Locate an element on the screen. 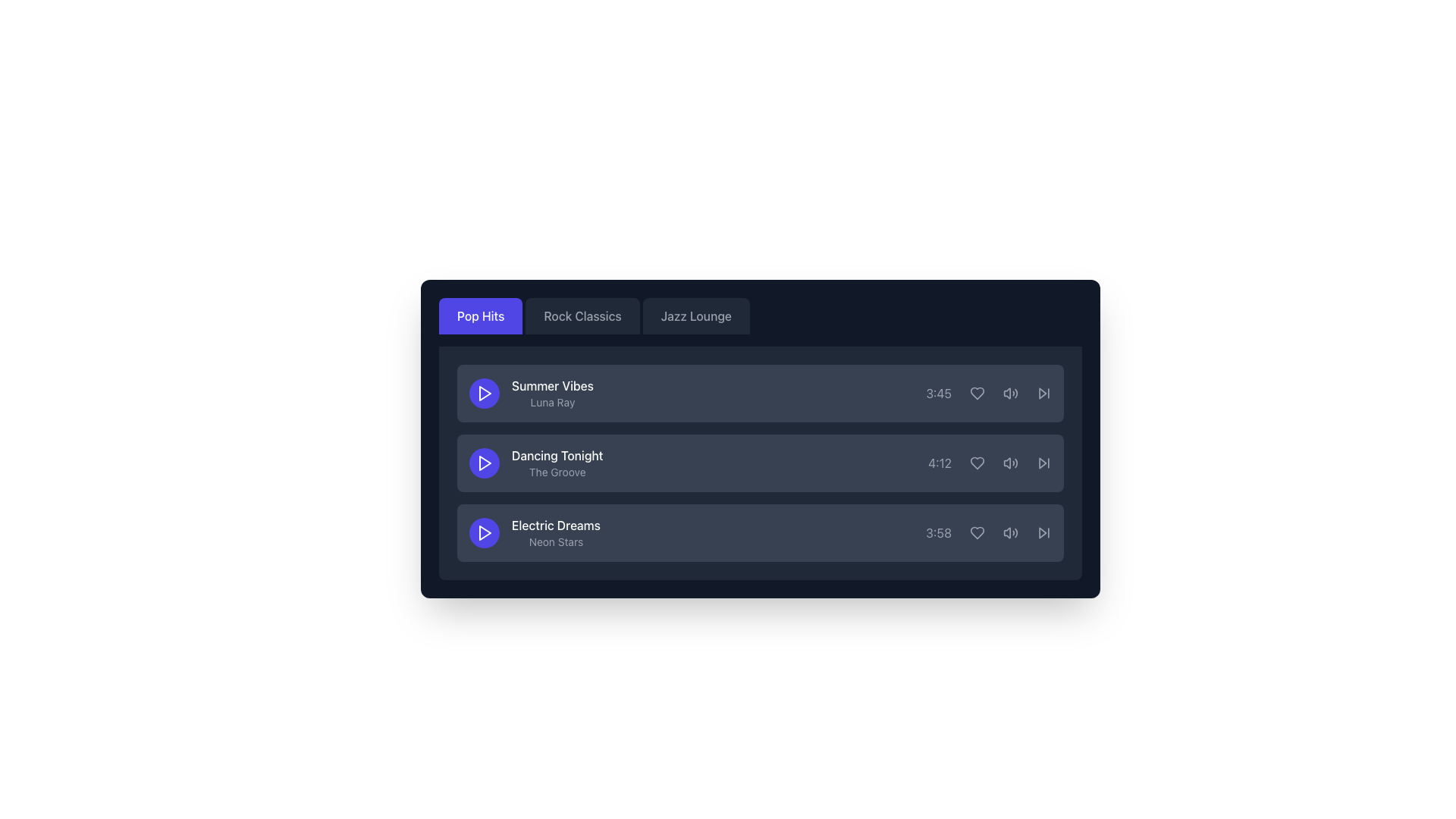 The width and height of the screenshot is (1456, 819). the small triangular gray icon pointing towards the right, located at the far-right side of the song entry in the music playlist interface is located at coordinates (1041, 462).